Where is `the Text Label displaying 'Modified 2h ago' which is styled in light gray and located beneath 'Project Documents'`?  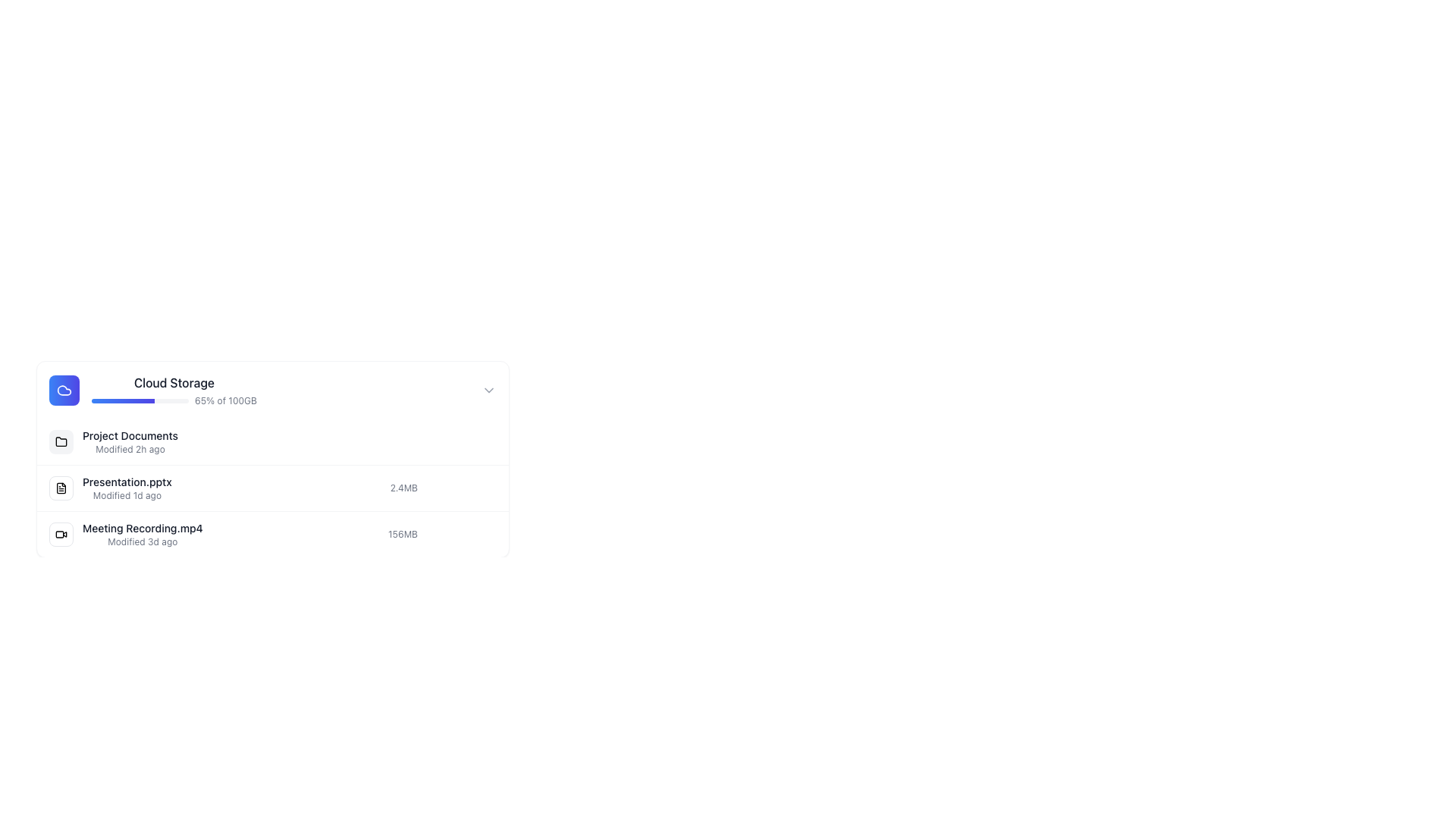 the Text Label displaying 'Modified 2h ago' which is styled in light gray and located beneath 'Project Documents' is located at coordinates (130, 449).